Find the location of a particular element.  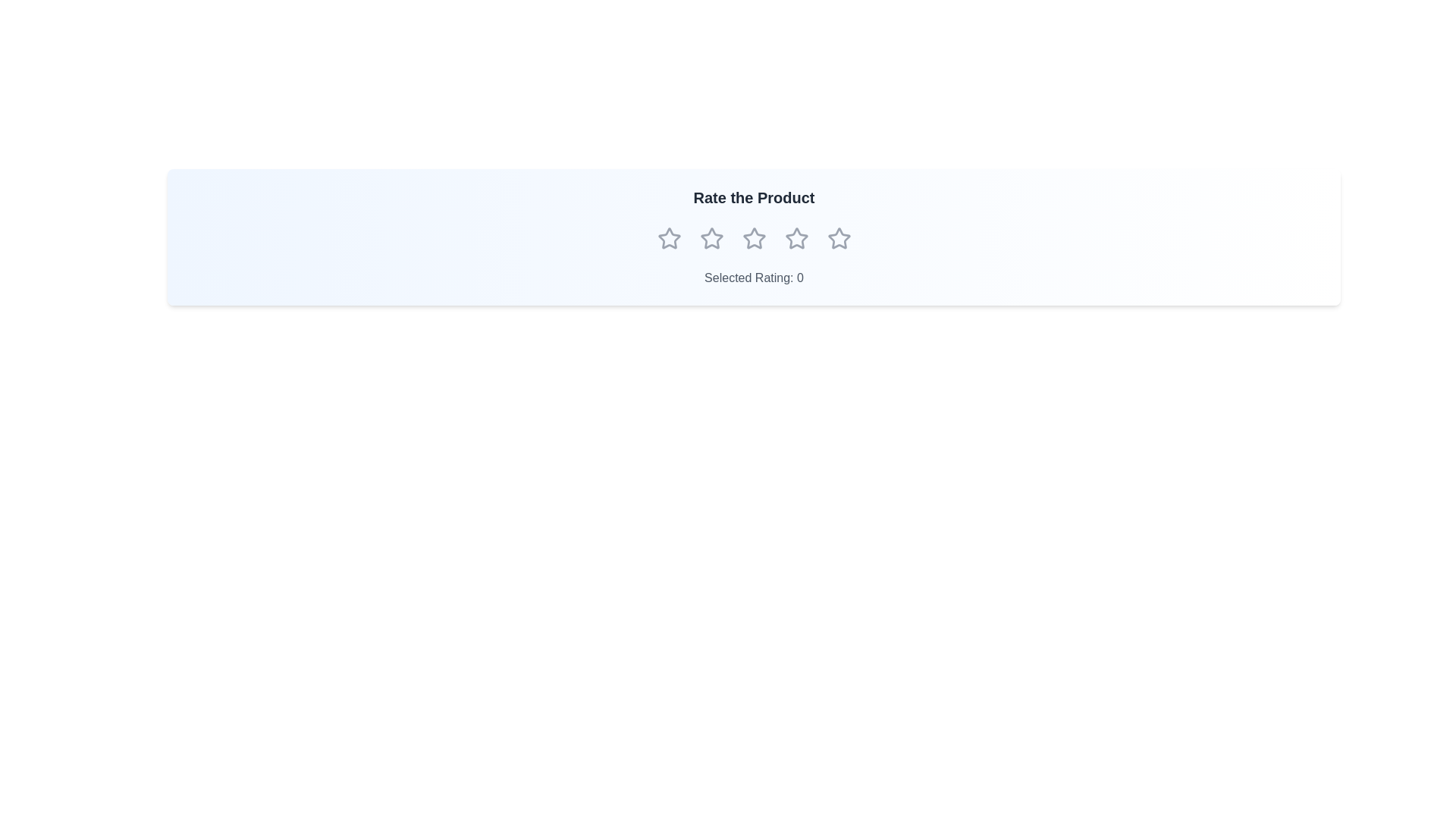

the first interactive rating star icon is located at coordinates (668, 237).